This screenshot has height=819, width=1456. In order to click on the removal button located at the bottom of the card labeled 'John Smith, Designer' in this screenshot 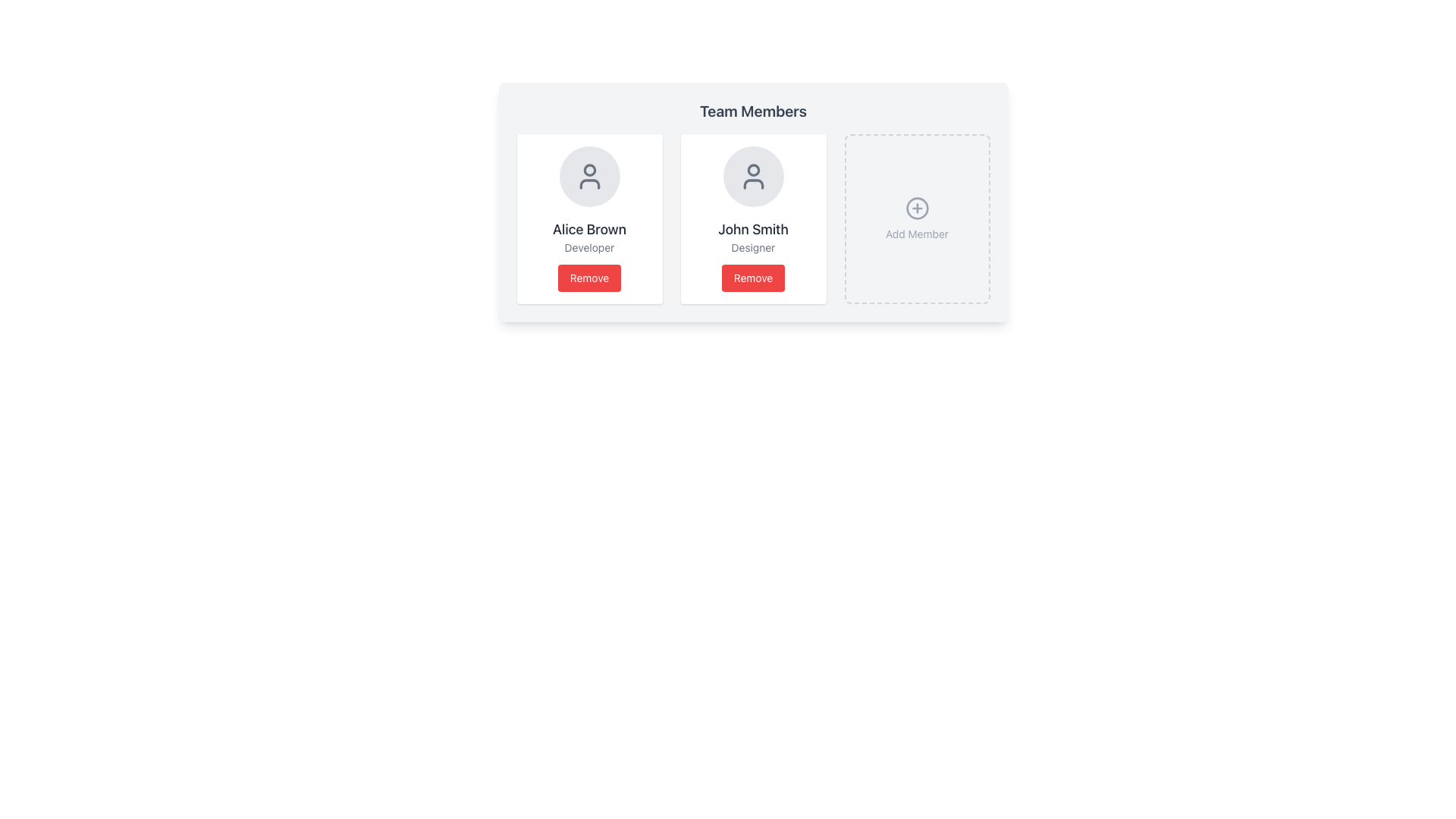, I will do `click(753, 278)`.